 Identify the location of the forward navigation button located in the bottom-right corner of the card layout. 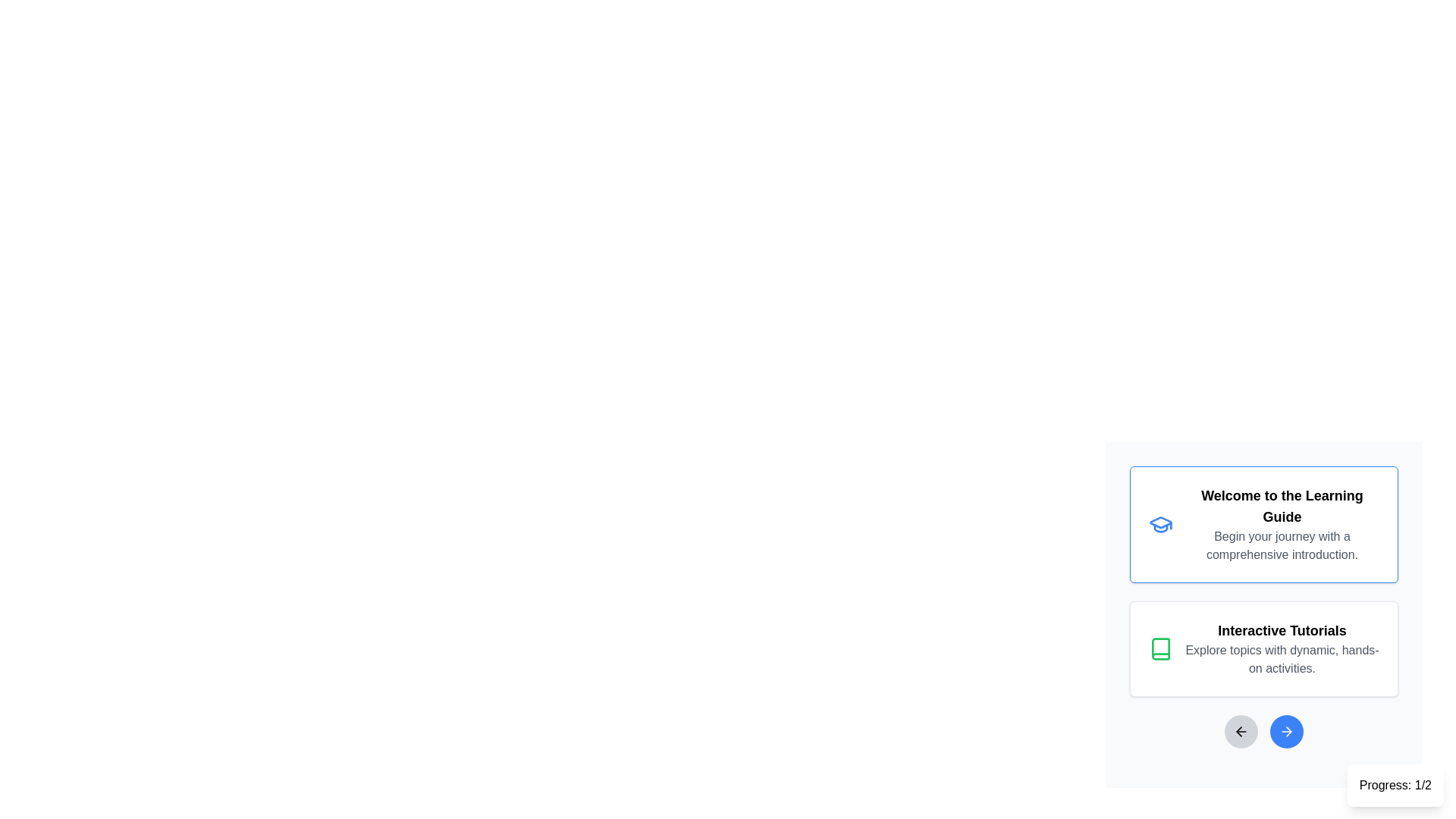
(1286, 730).